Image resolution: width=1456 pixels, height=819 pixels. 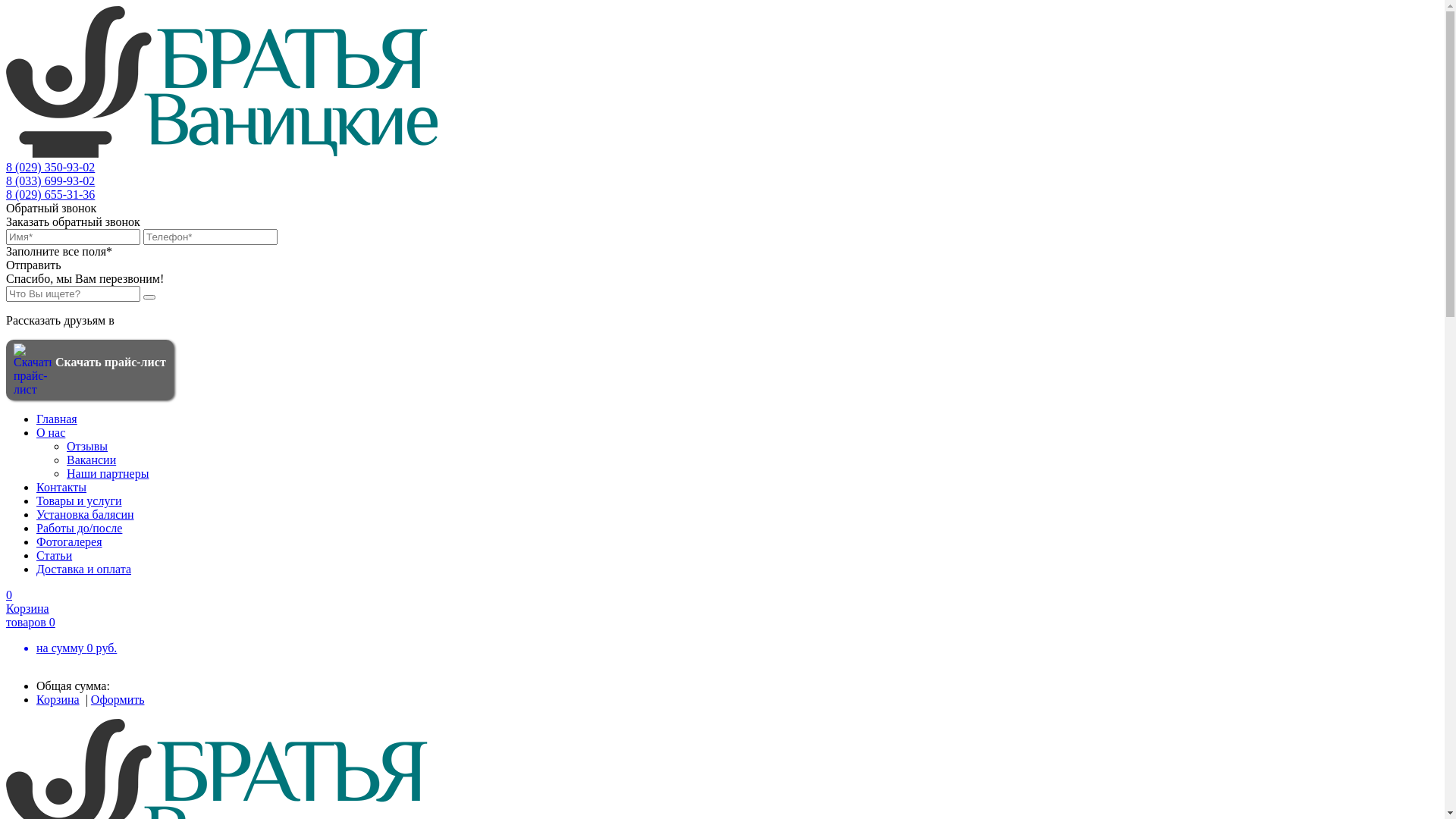 I want to click on '8 (033) 699-93-02', so click(x=50, y=180).